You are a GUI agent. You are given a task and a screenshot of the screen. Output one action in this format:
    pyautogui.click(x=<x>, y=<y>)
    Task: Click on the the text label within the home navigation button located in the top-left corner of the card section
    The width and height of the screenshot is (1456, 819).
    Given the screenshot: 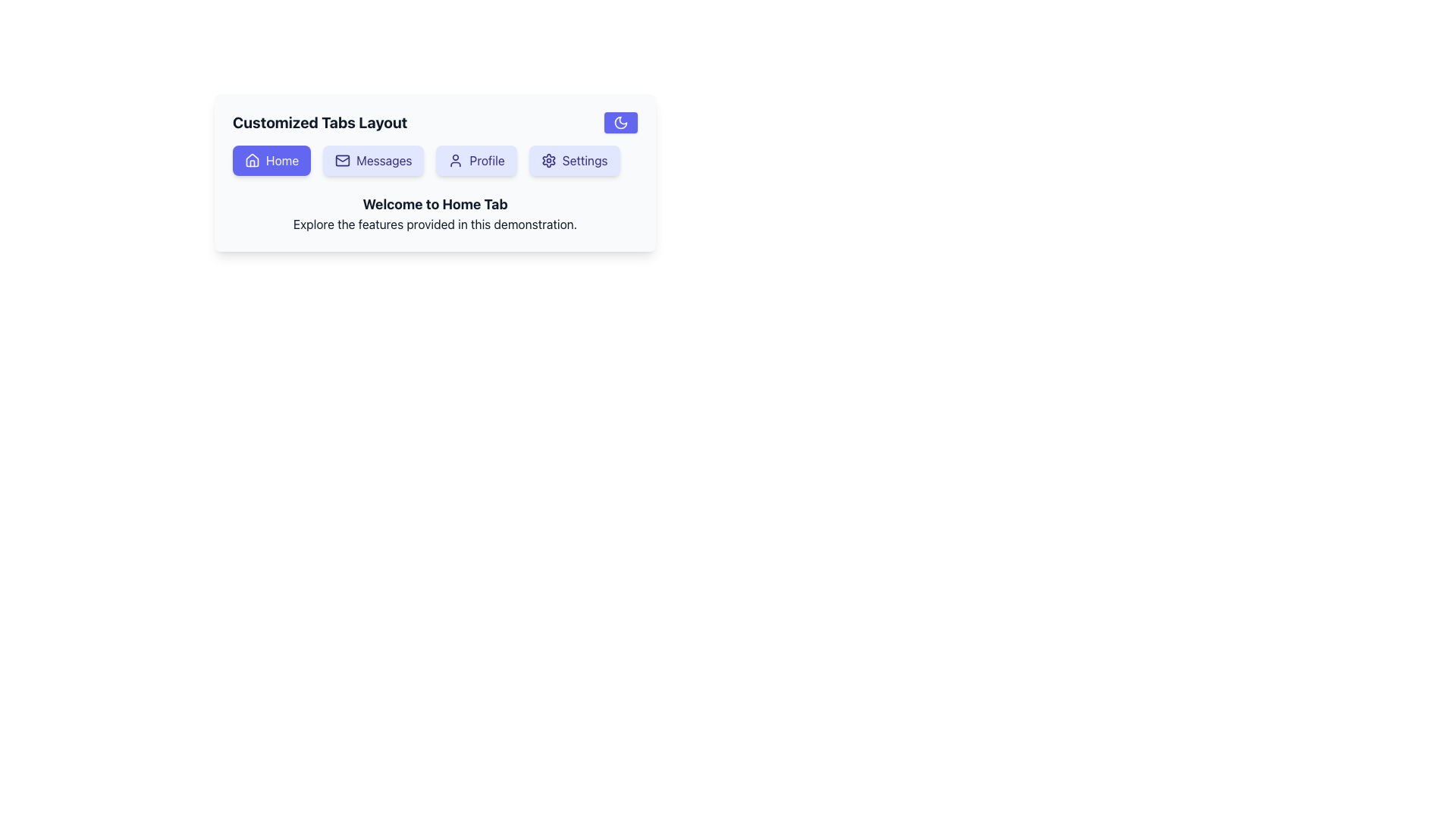 What is the action you would take?
    pyautogui.click(x=282, y=161)
    